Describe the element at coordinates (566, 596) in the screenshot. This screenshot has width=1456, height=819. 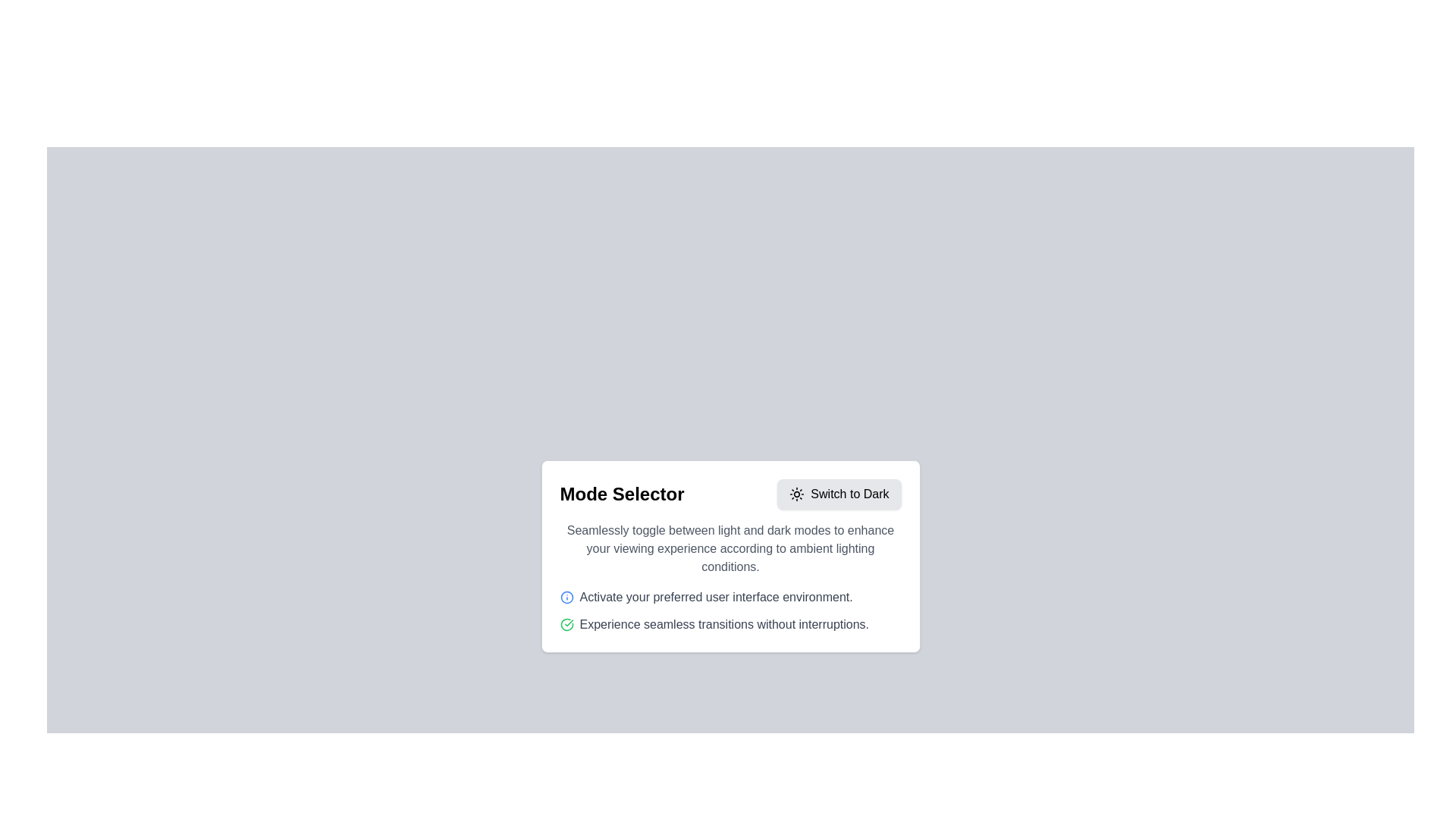
I see `information icon located near the text 'Activate your preferred user interface environment.'` at that location.